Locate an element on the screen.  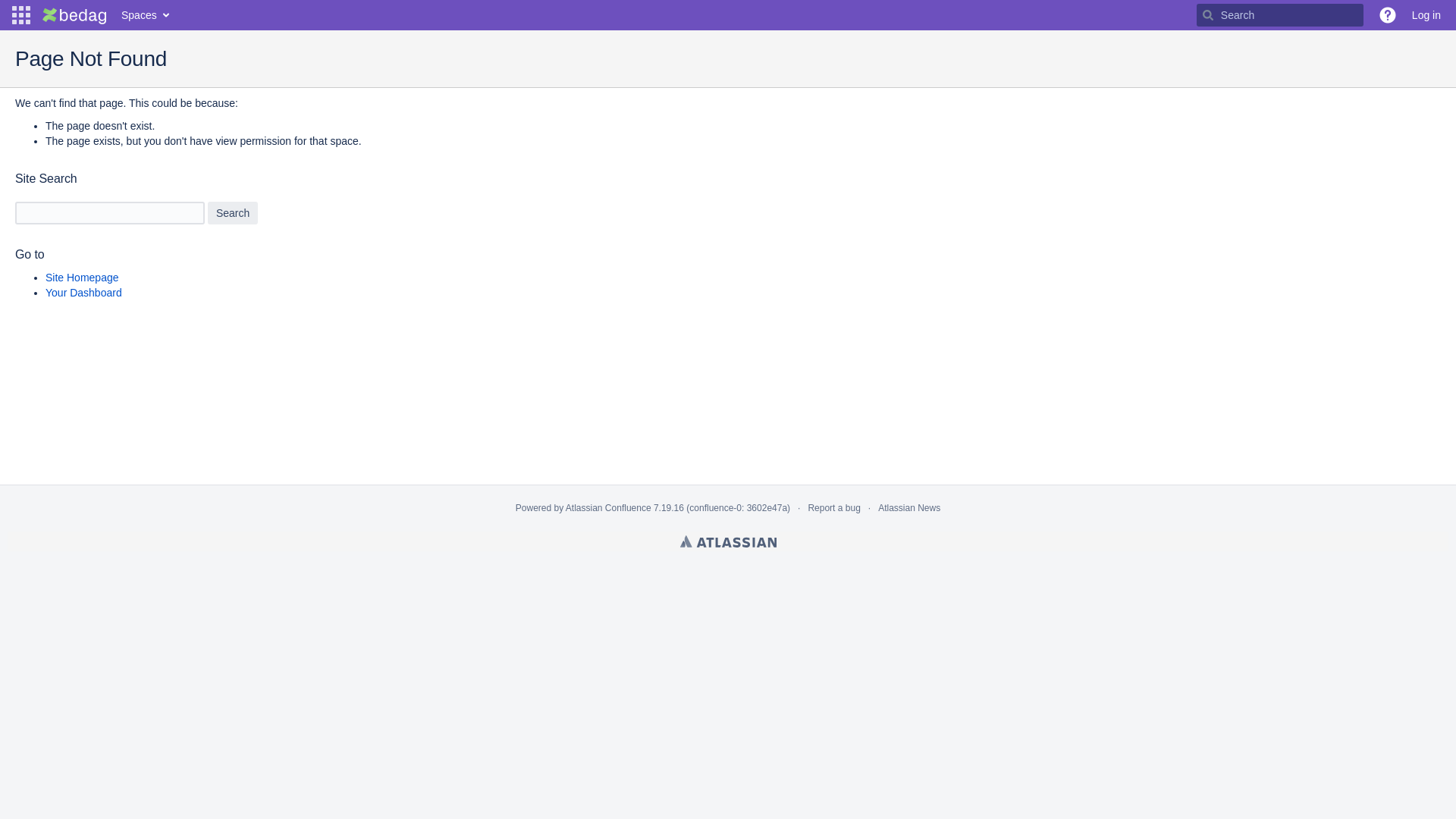
' (Type 'g' then 'g'OR '/')' is located at coordinates (1279, 14).